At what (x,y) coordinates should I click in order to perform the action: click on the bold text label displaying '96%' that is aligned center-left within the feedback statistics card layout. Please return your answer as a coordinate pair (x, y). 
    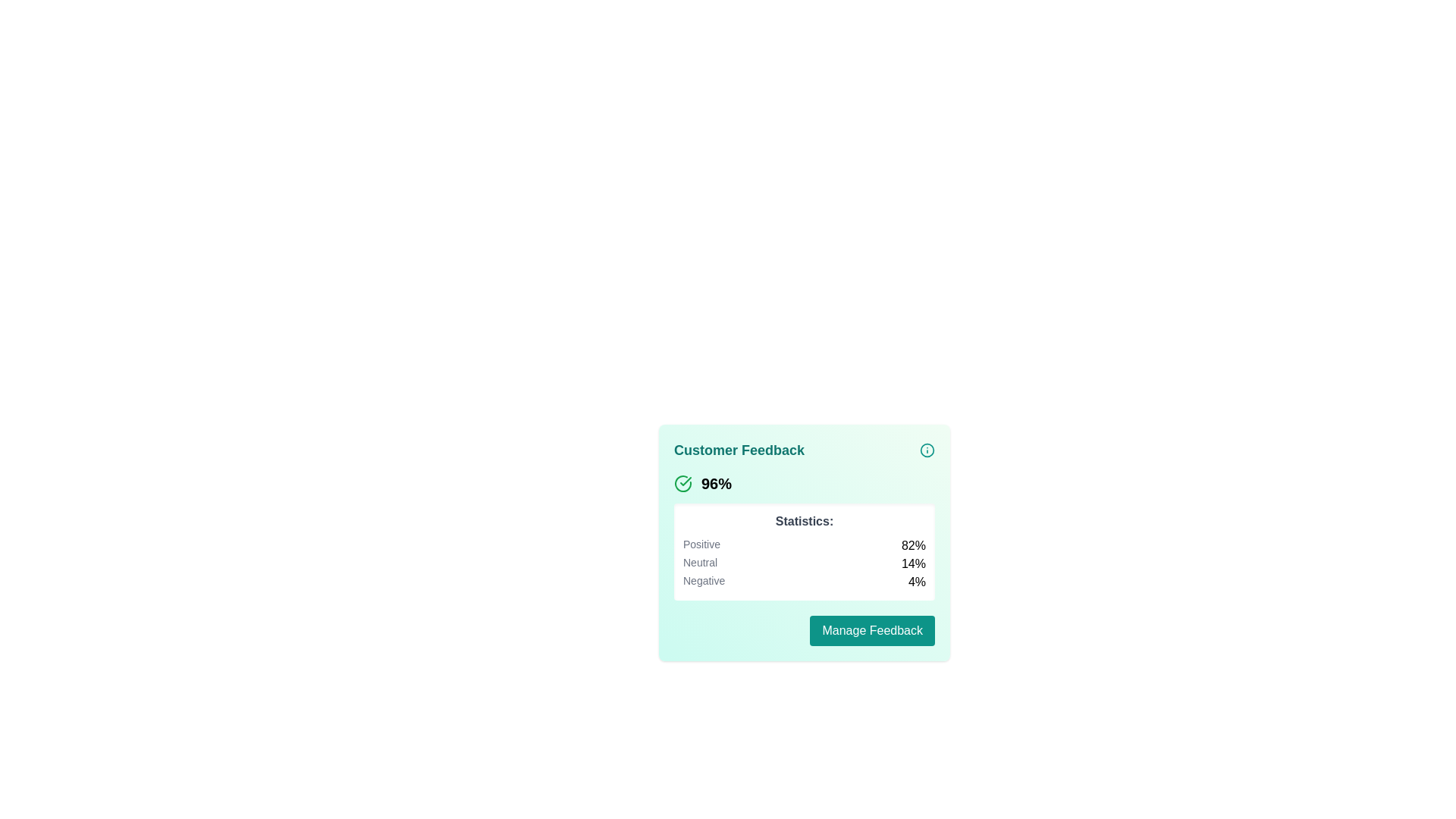
    Looking at the image, I should click on (716, 483).